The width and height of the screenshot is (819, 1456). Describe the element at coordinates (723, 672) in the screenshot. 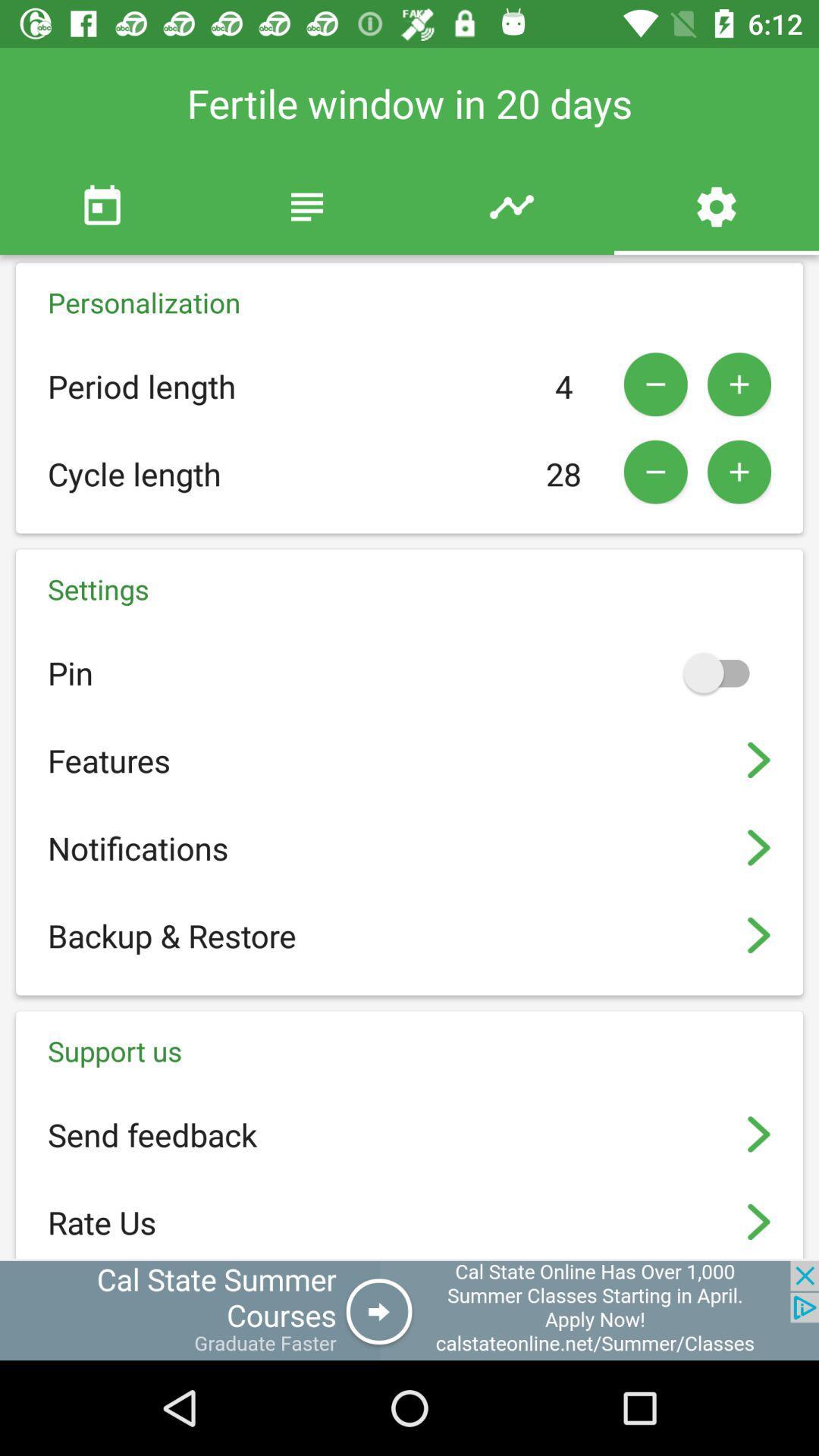

I see `switch for security pin` at that location.